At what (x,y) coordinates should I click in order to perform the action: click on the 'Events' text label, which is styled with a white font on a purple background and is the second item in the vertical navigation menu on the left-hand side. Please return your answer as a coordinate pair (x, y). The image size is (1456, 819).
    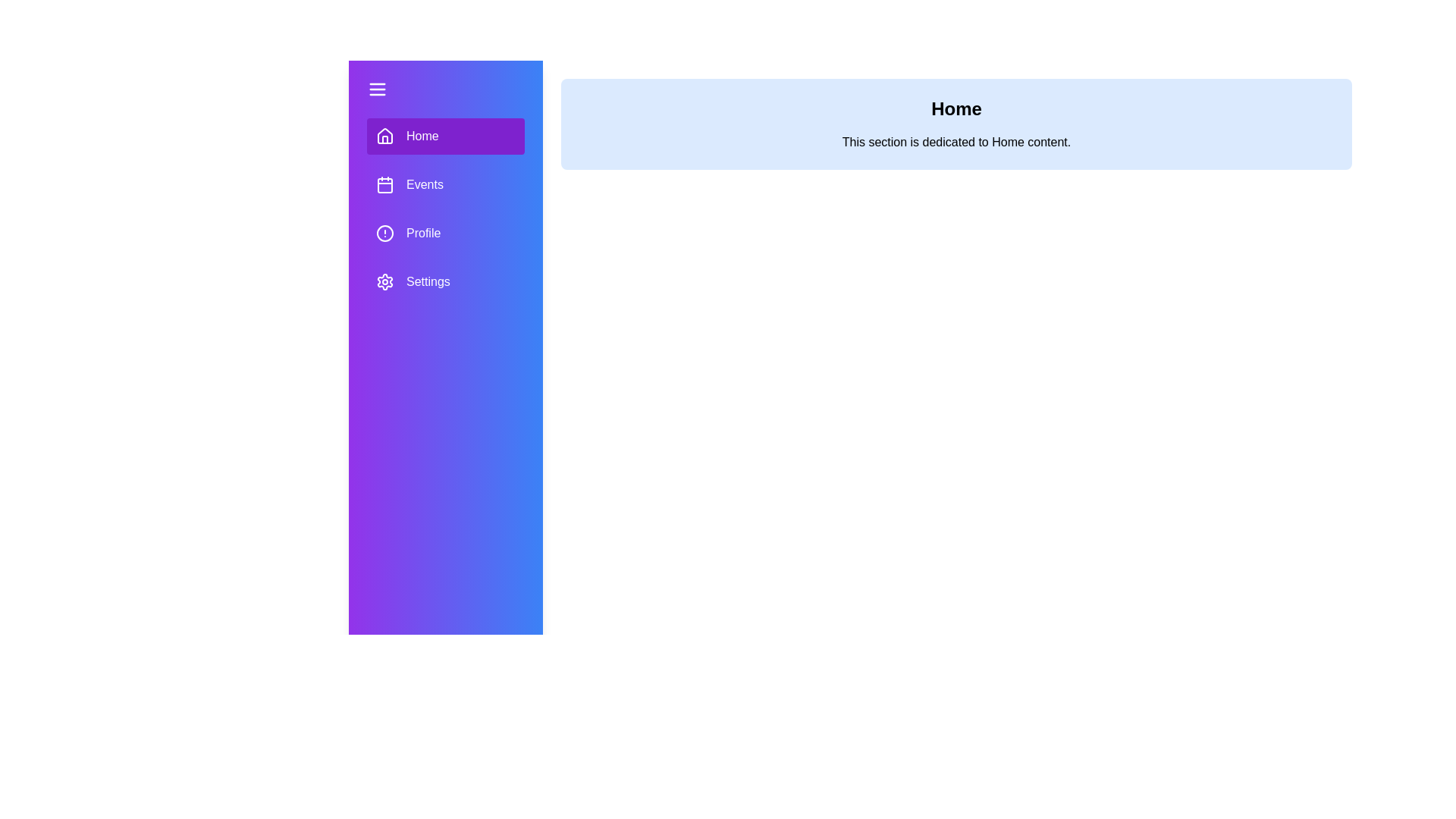
    Looking at the image, I should click on (425, 184).